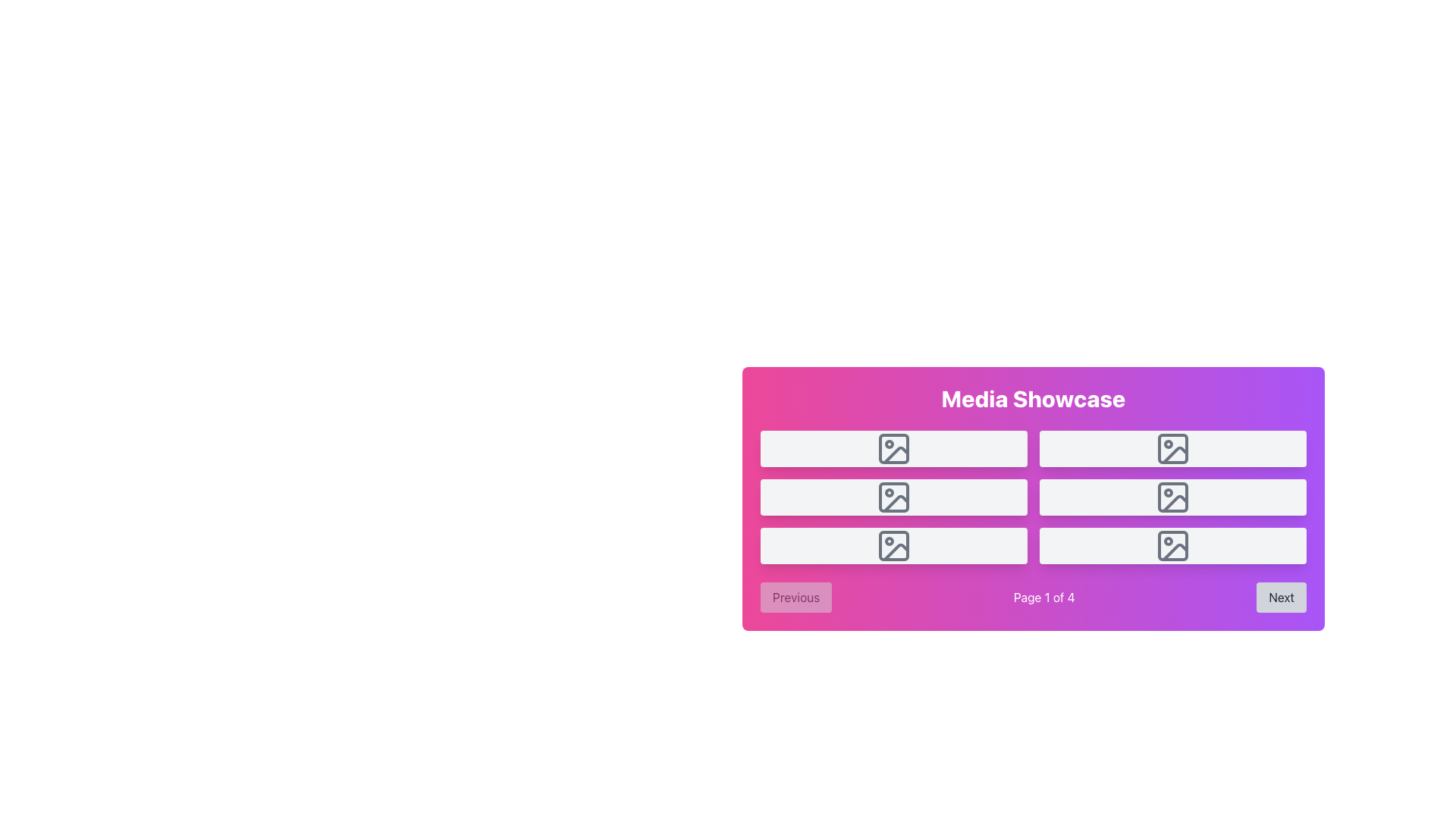 The width and height of the screenshot is (1456, 819). What do you see at coordinates (896, 454) in the screenshot?
I see `the vector graphic of a diagonal line segment with a curve, which is part of an icon in the leftmost column of the top row in a grid layout` at bounding box center [896, 454].